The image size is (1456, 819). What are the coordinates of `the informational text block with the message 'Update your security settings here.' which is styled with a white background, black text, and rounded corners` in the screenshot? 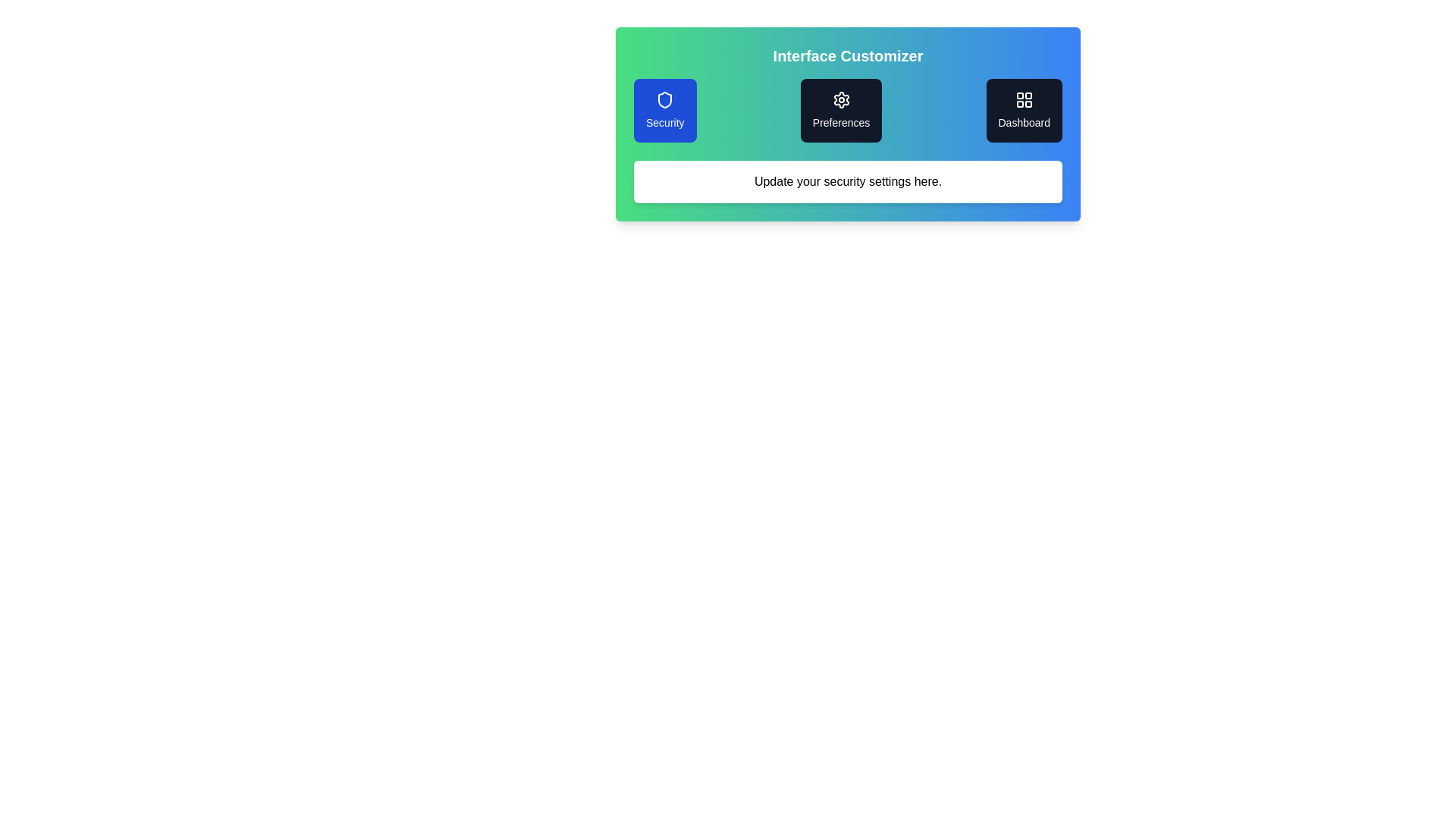 It's located at (847, 180).